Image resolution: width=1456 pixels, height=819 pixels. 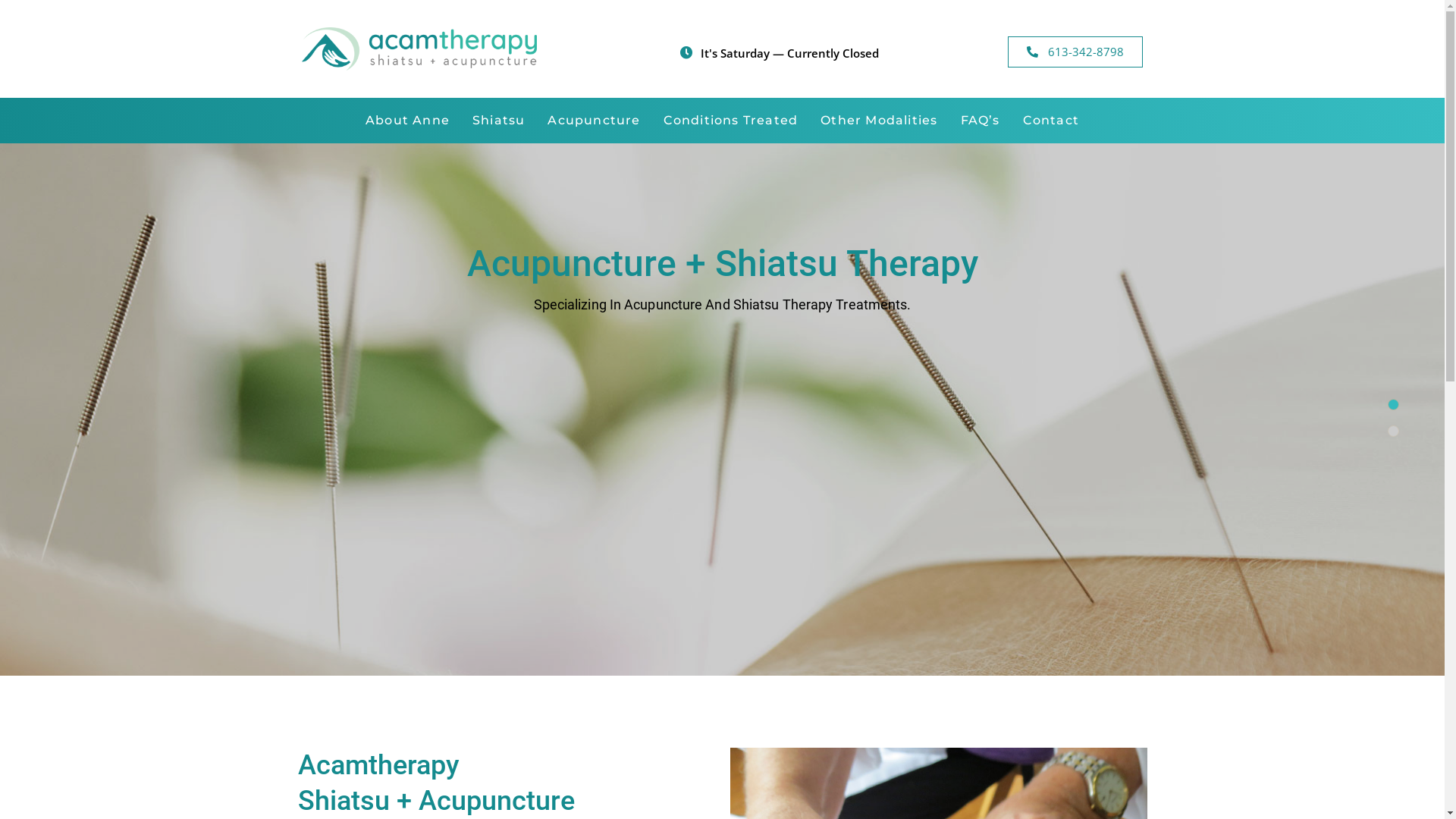 I want to click on 'Conditions Treated', so click(x=731, y=119).